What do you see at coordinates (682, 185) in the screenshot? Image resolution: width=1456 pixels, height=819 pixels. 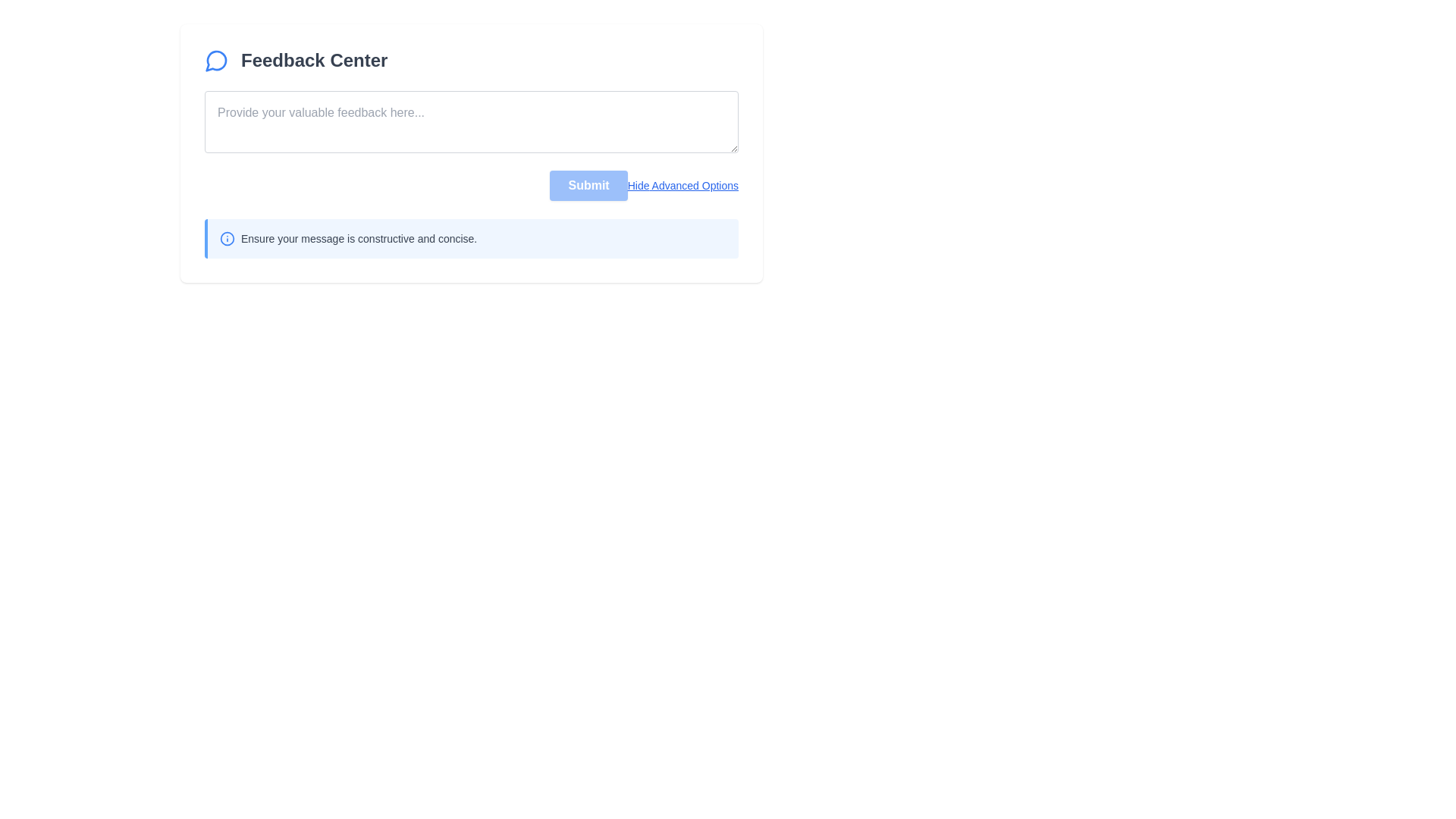 I see `the text link that reads 'Hide Advanced Options', which is styled with blue color and underlined` at bounding box center [682, 185].